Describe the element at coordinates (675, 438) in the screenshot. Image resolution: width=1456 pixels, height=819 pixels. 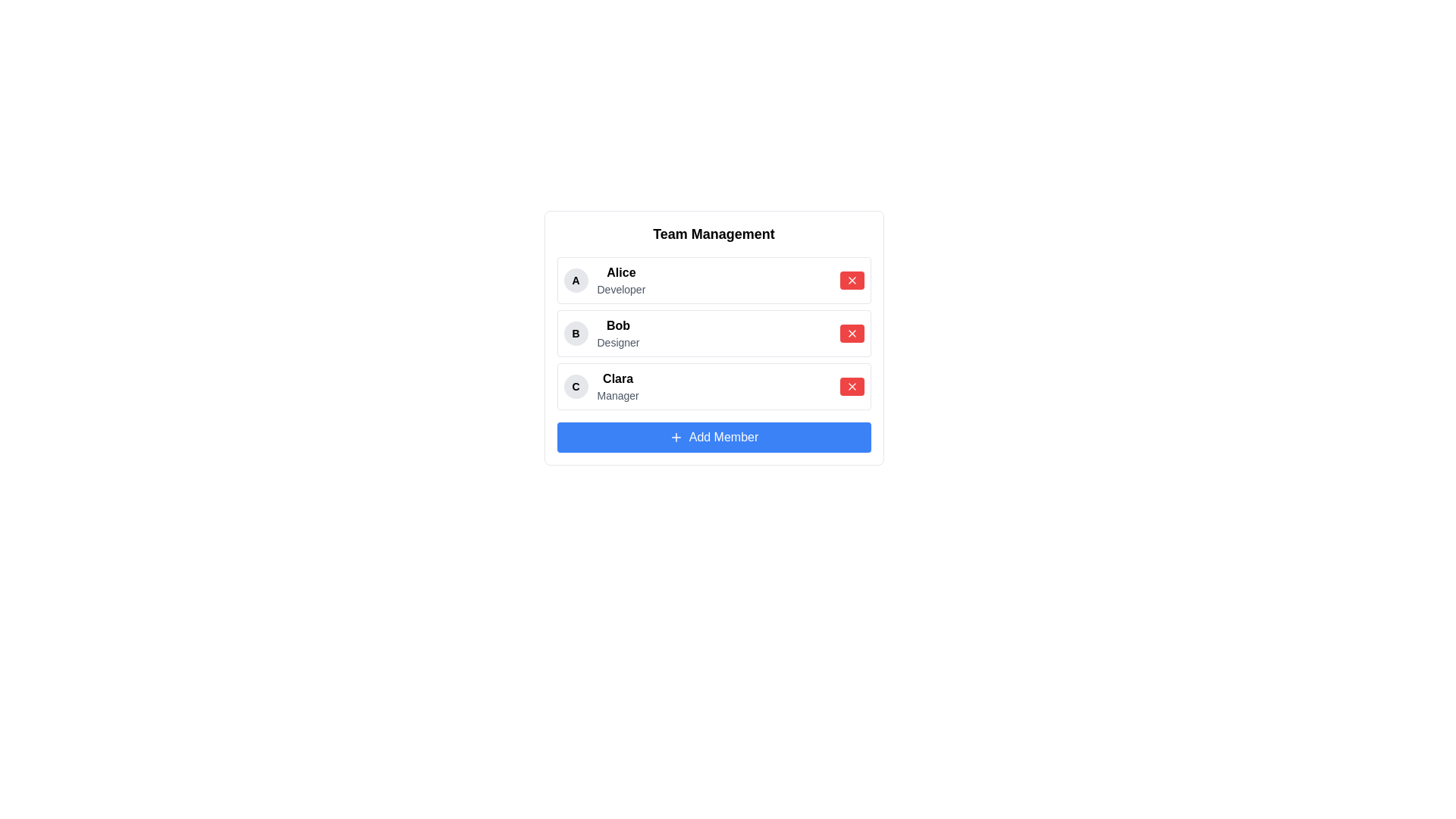
I see `the 'Add New Member' button located at the bottom of the 'Team Management' card` at that location.